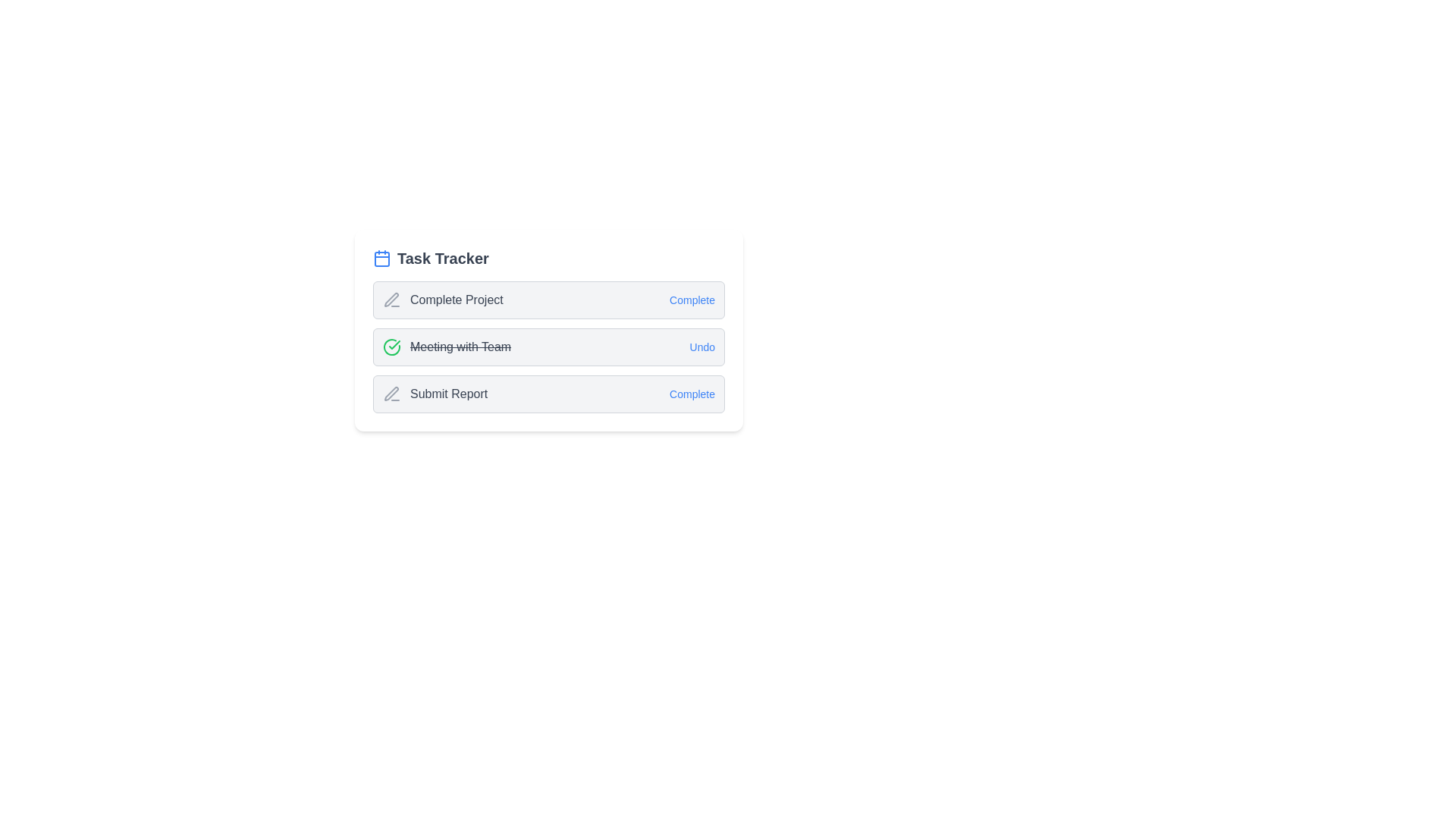  What do you see at coordinates (446, 347) in the screenshot?
I see `the label text block displaying 'Meeting with Team', which indicates task completion with a strikethrough style, positioned horizontally next to a green checkmark` at bounding box center [446, 347].